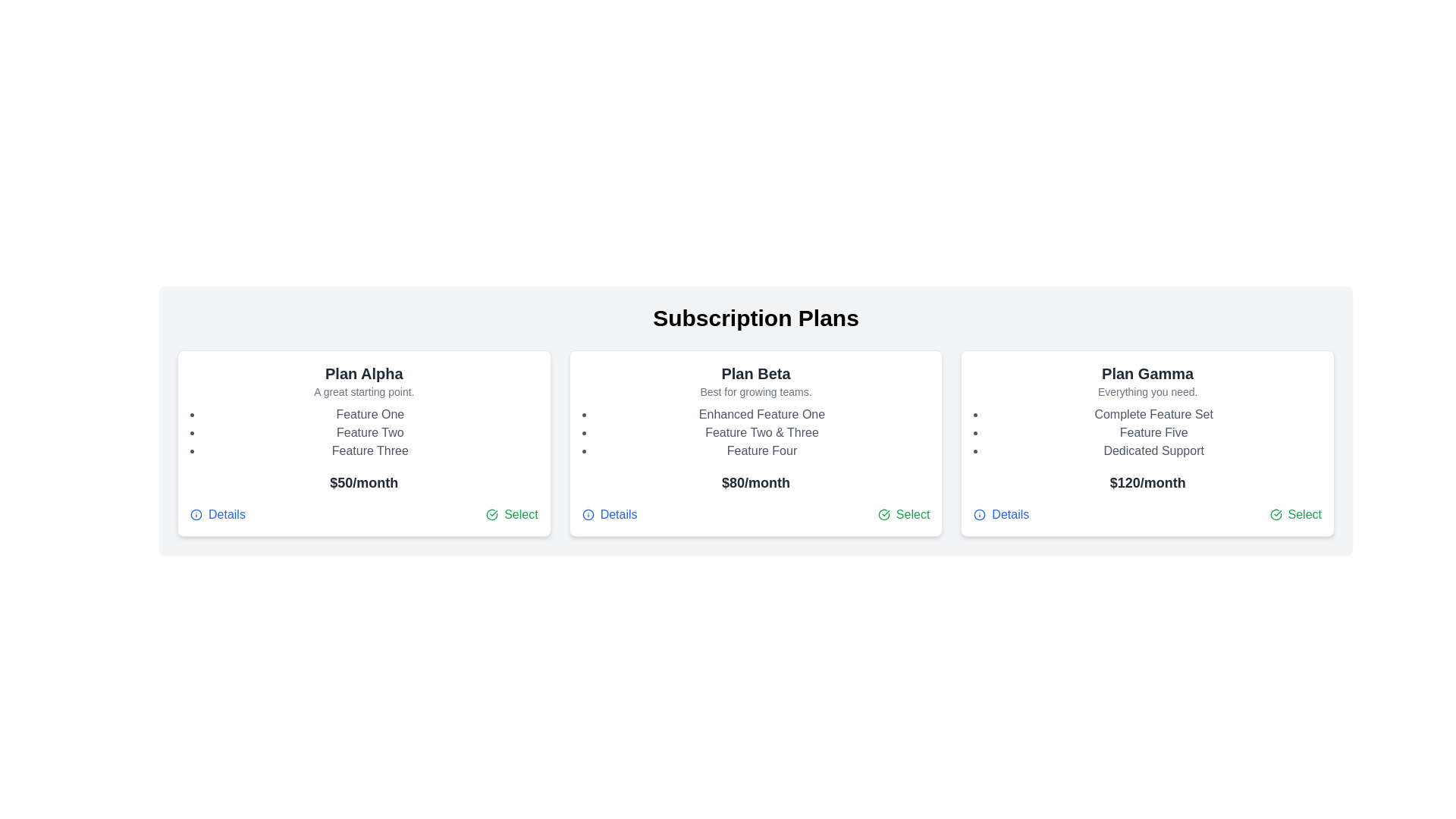 The width and height of the screenshot is (1456, 819). I want to click on the 'Select' button, which is a text label with a green check mark icon, positioned in the lower-right section of the 'Plan Alpha' subscription card, so click(512, 513).